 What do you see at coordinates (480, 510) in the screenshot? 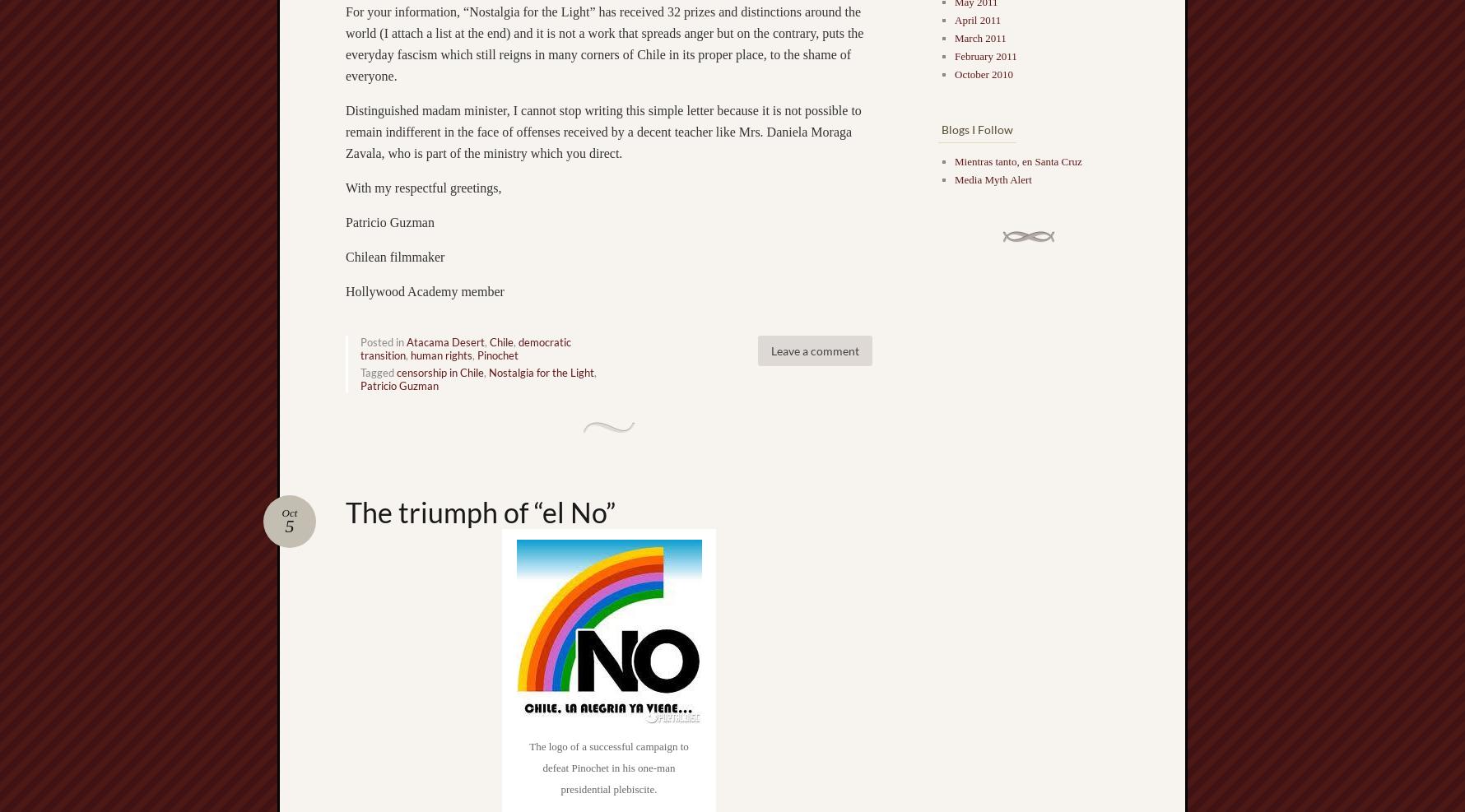
I see `'The triumph of “el No”'` at bounding box center [480, 510].